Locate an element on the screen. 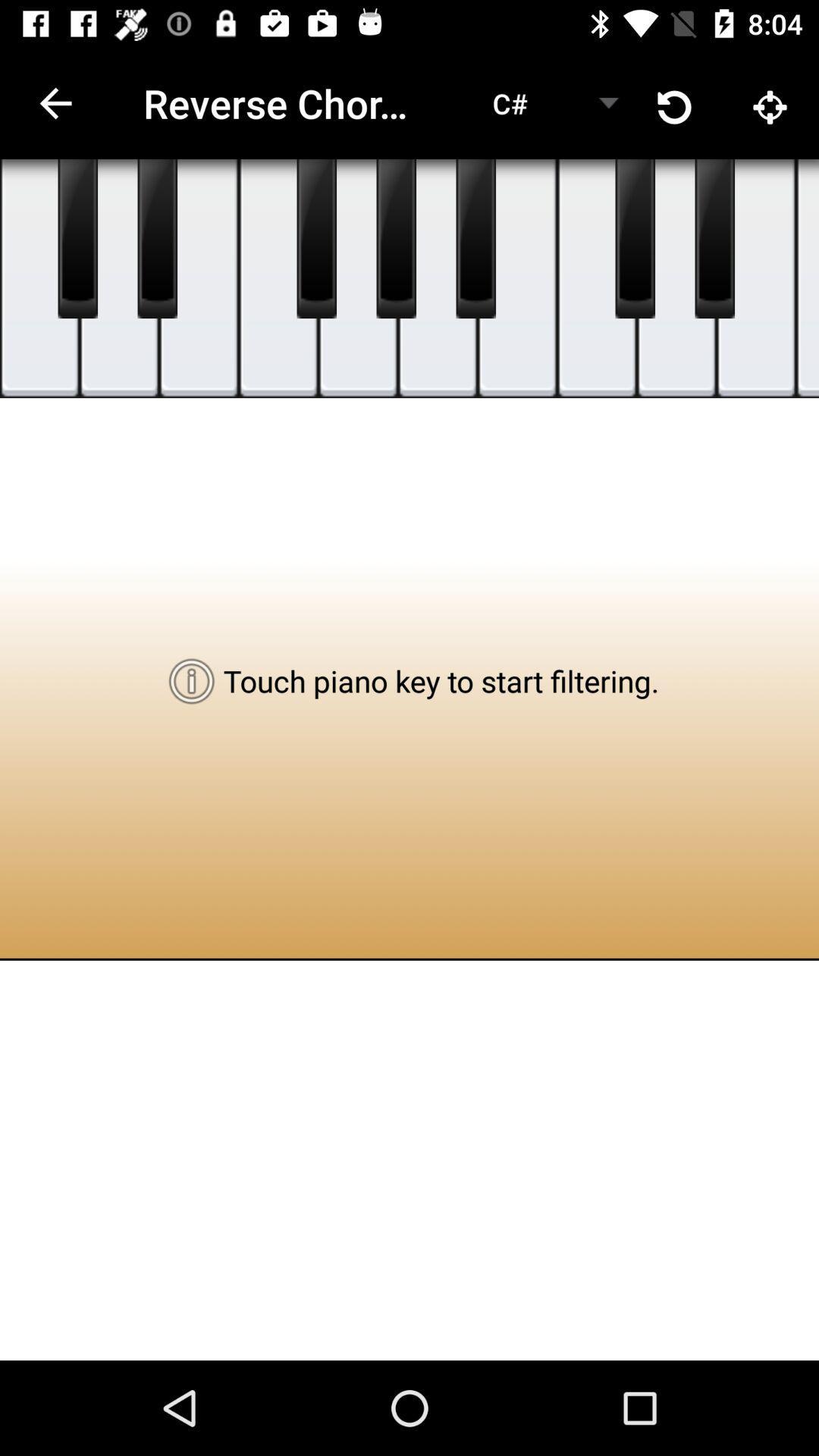  touch piano to start playing is located at coordinates (39, 278).